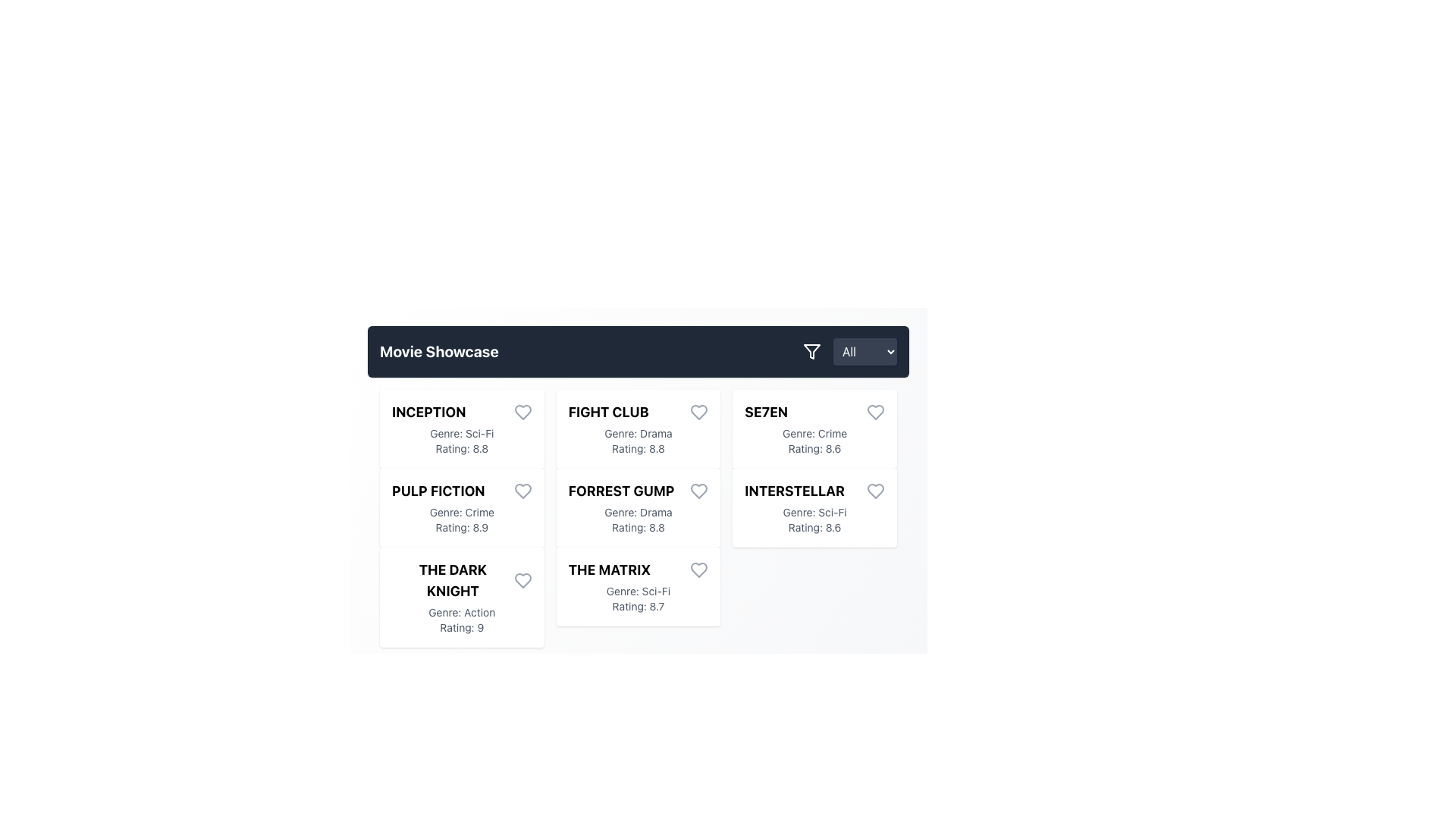  What do you see at coordinates (608, 412) in the screenshot?
I see `the bold, uppercase text label displaying 'FIGHT CLUB', which is the title of the second card in the first row of the 'Movie Showcase' grid section` at bounding box center [608, 412].